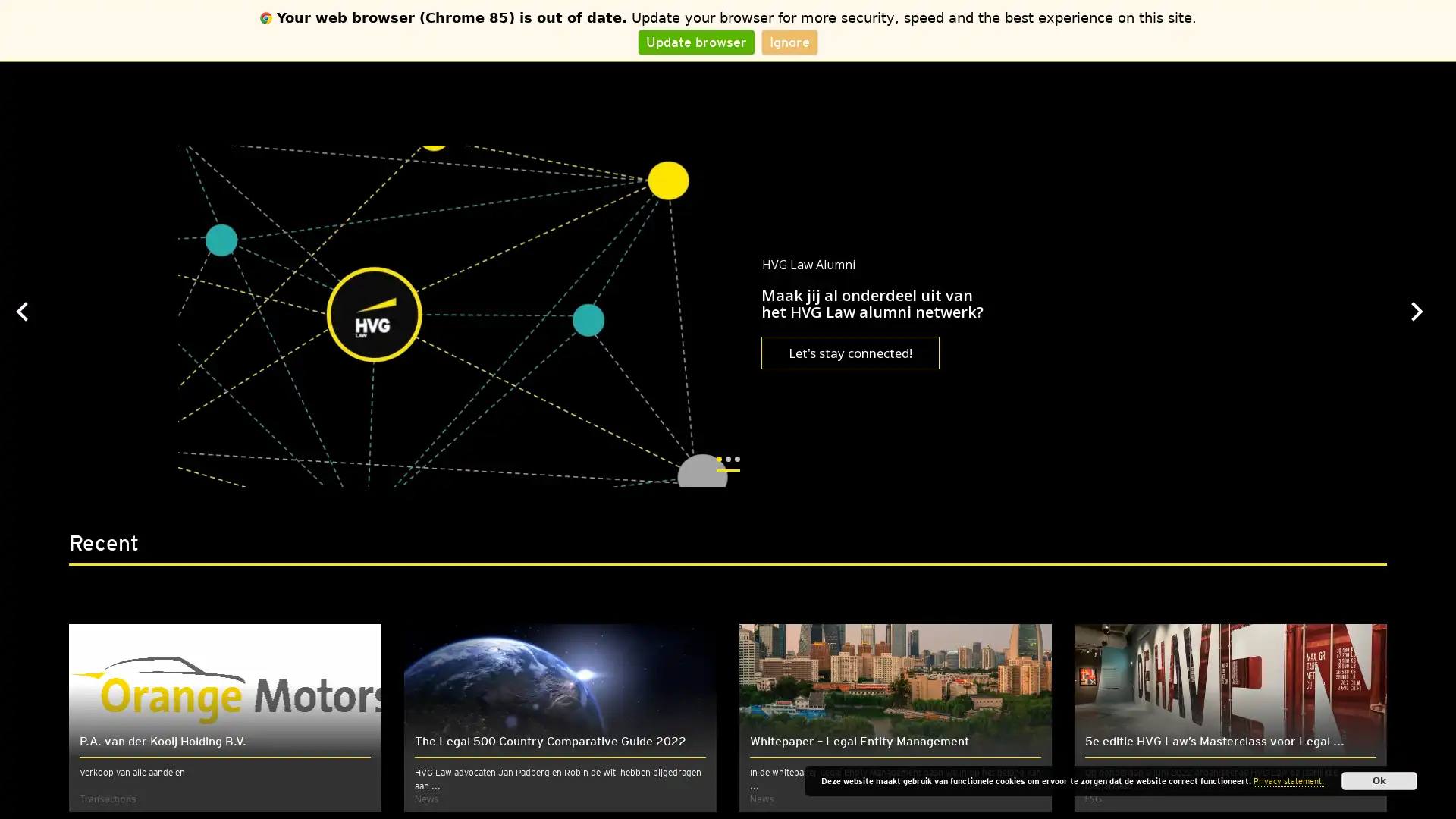  Describe the element at coordinates (1379, 780) in the screenshot. I see `Ok` at that location.